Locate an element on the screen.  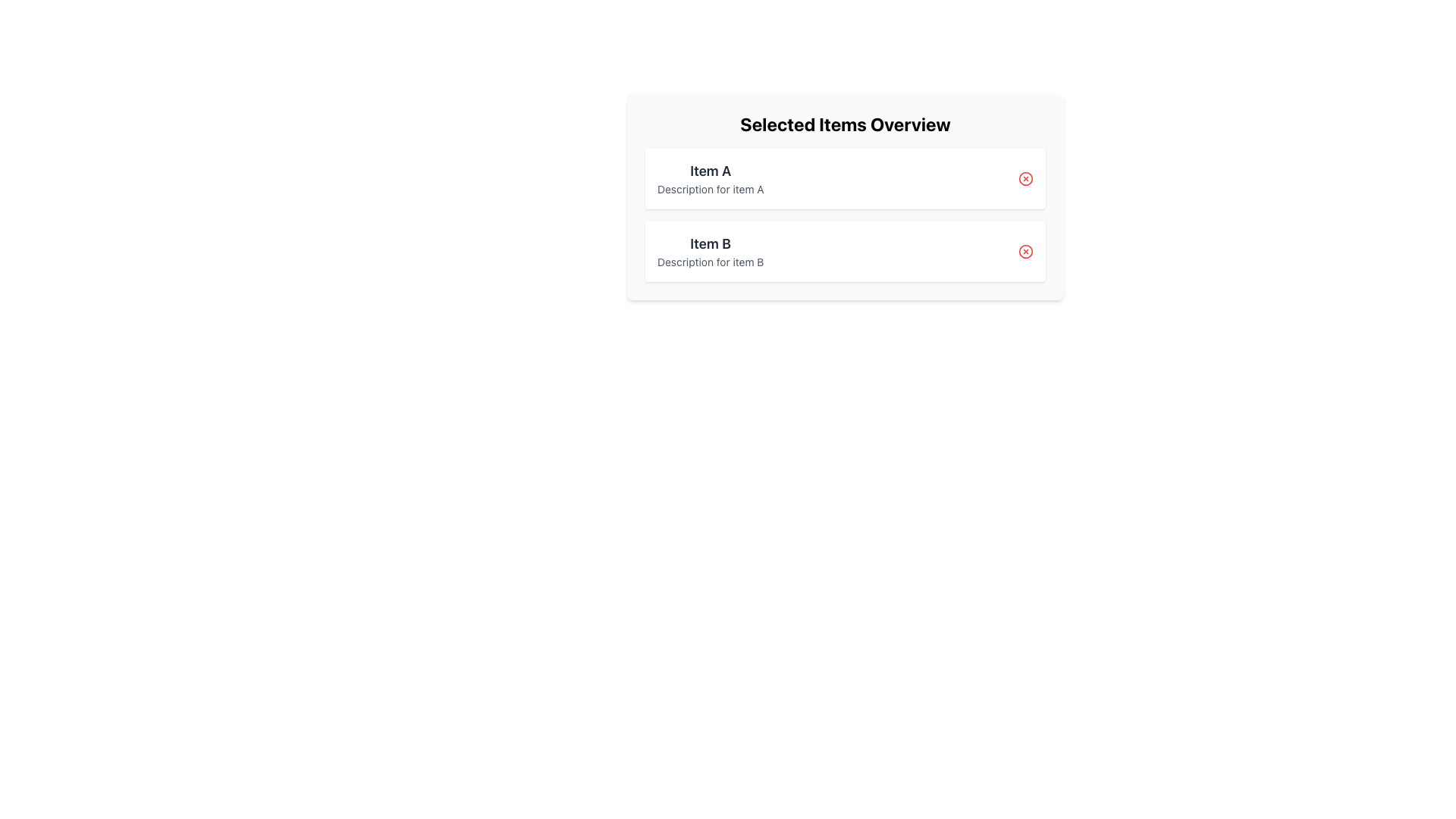
the red-bordered circular button with a white background containing an 'X' symbol, located to the right of 'Item A' is located at coordinates (1026, 177).